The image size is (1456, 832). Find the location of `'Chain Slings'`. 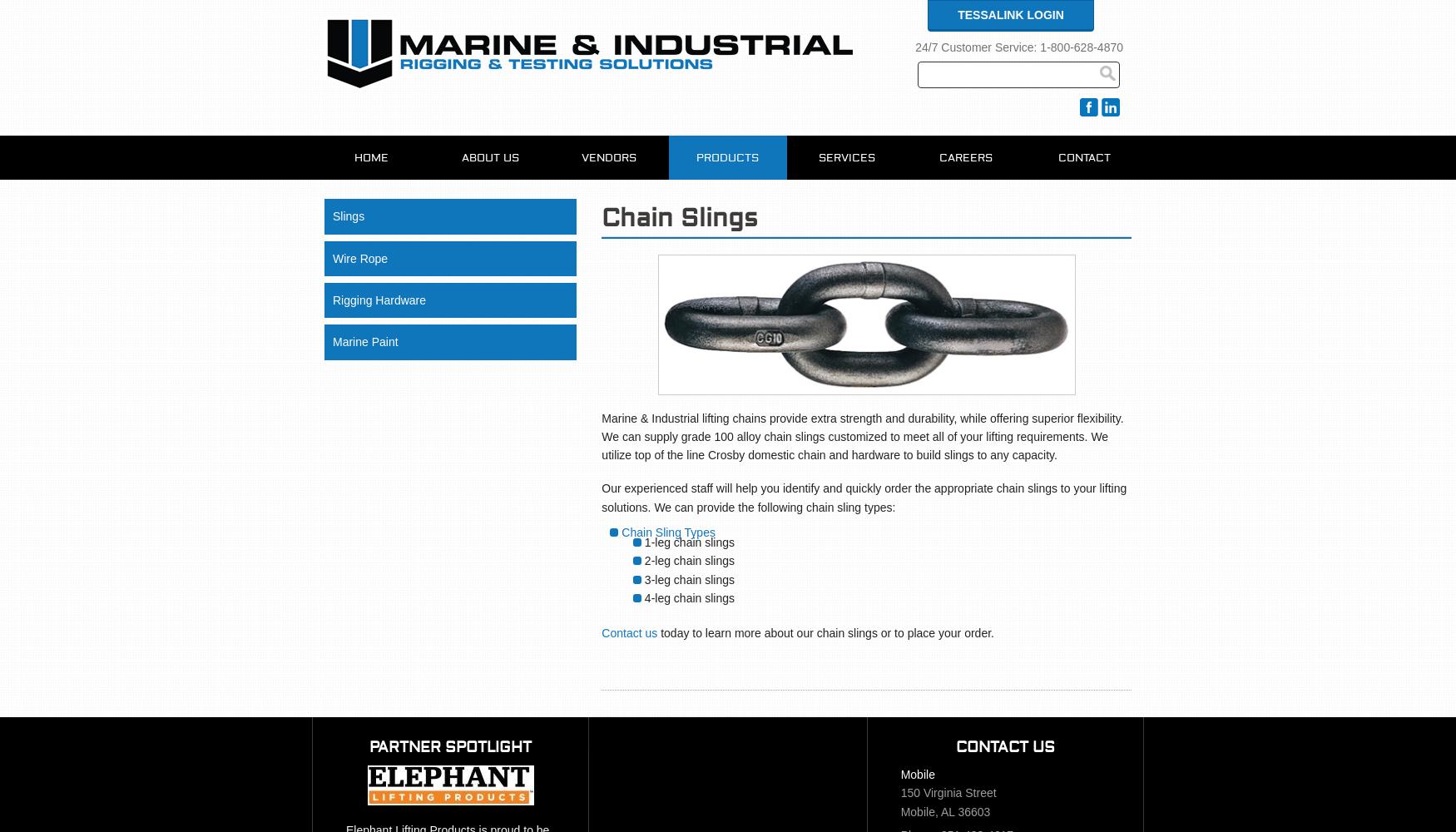

'Chain Slings' is located at coordinates (680, 218).